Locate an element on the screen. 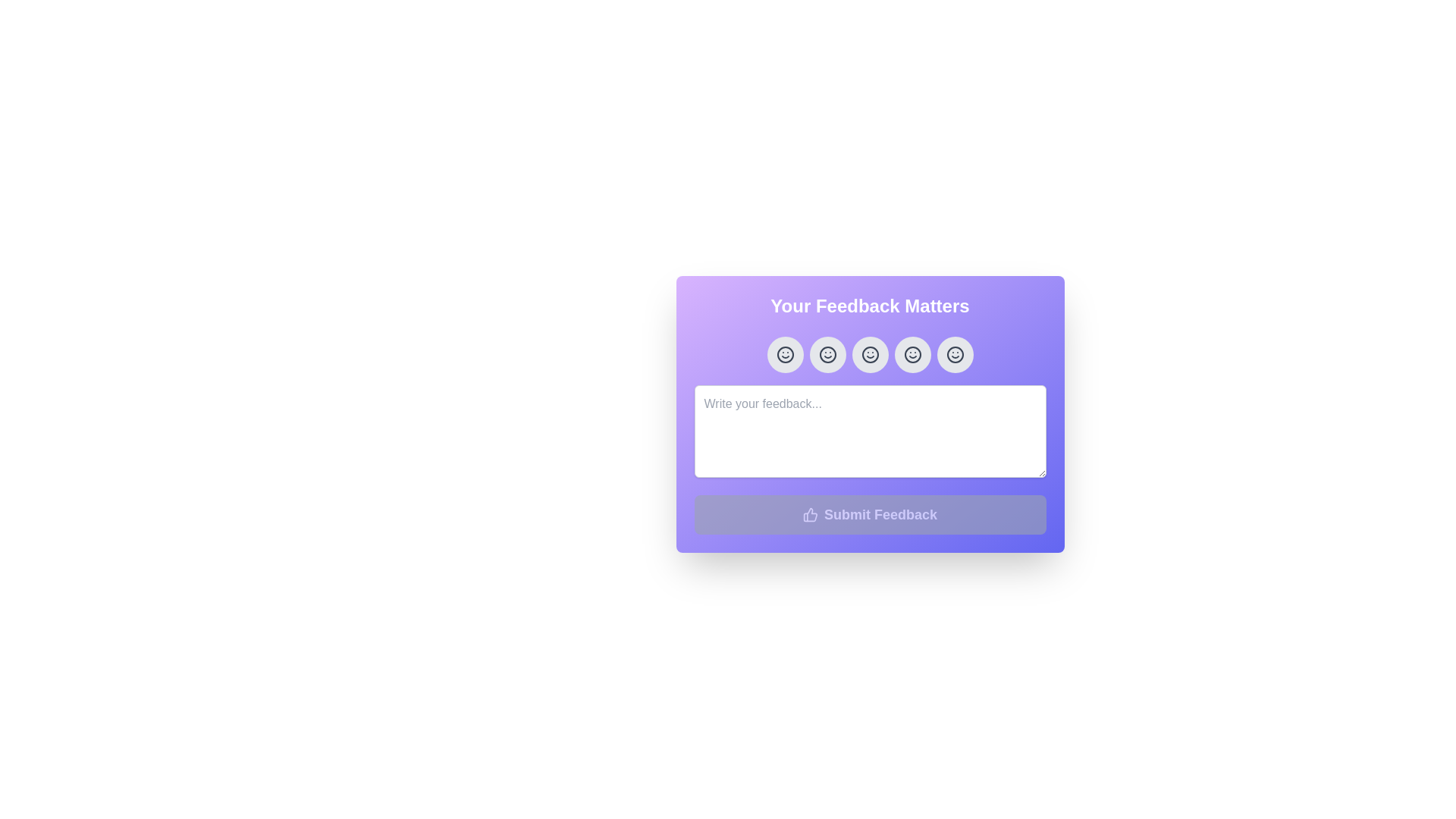 The image size is (1456, 819). the third circle icon in the feedback interface is located at coordinates (912, 354).